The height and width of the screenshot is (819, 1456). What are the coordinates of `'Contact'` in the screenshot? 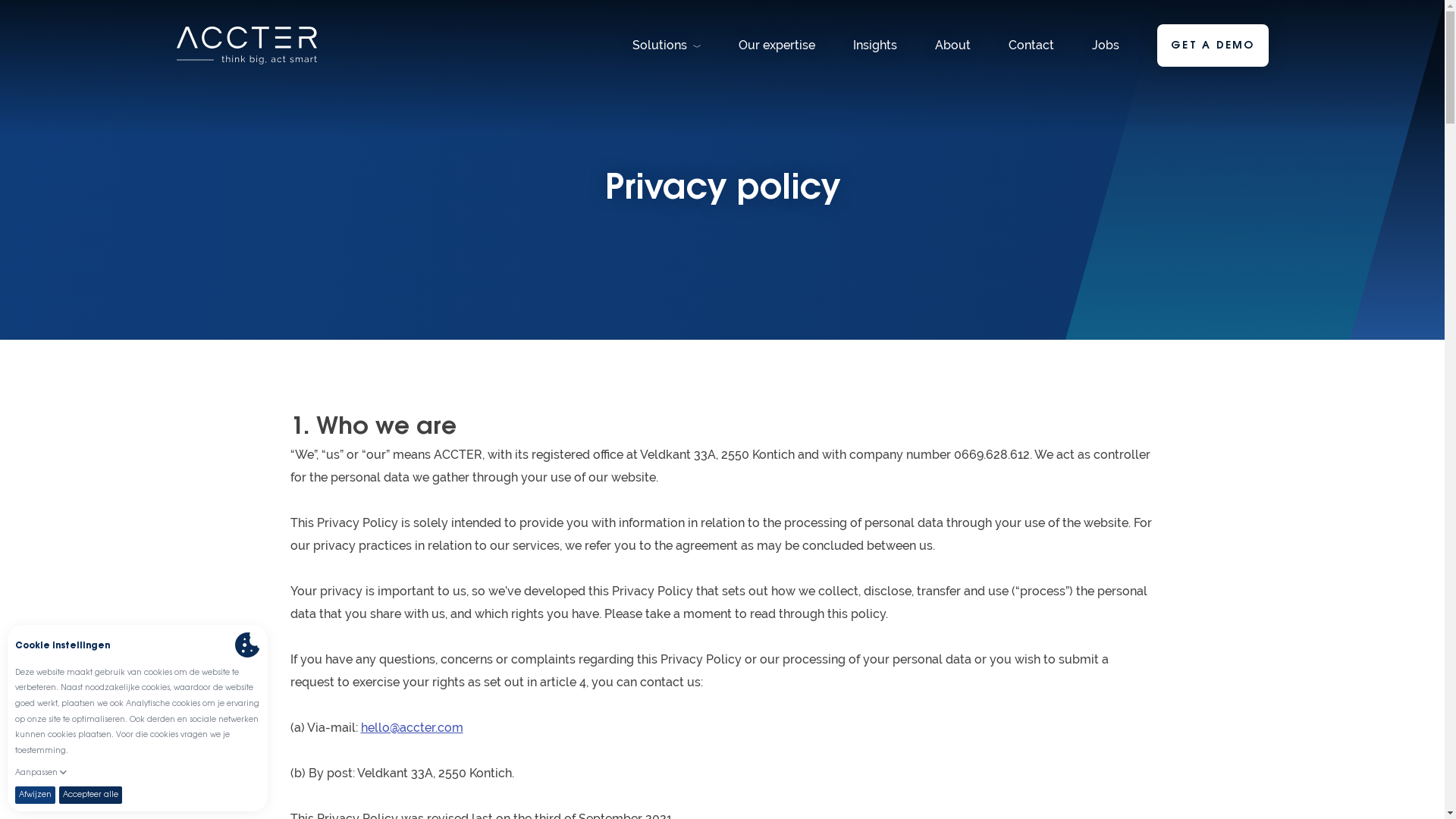 It's located at (1031, 45).